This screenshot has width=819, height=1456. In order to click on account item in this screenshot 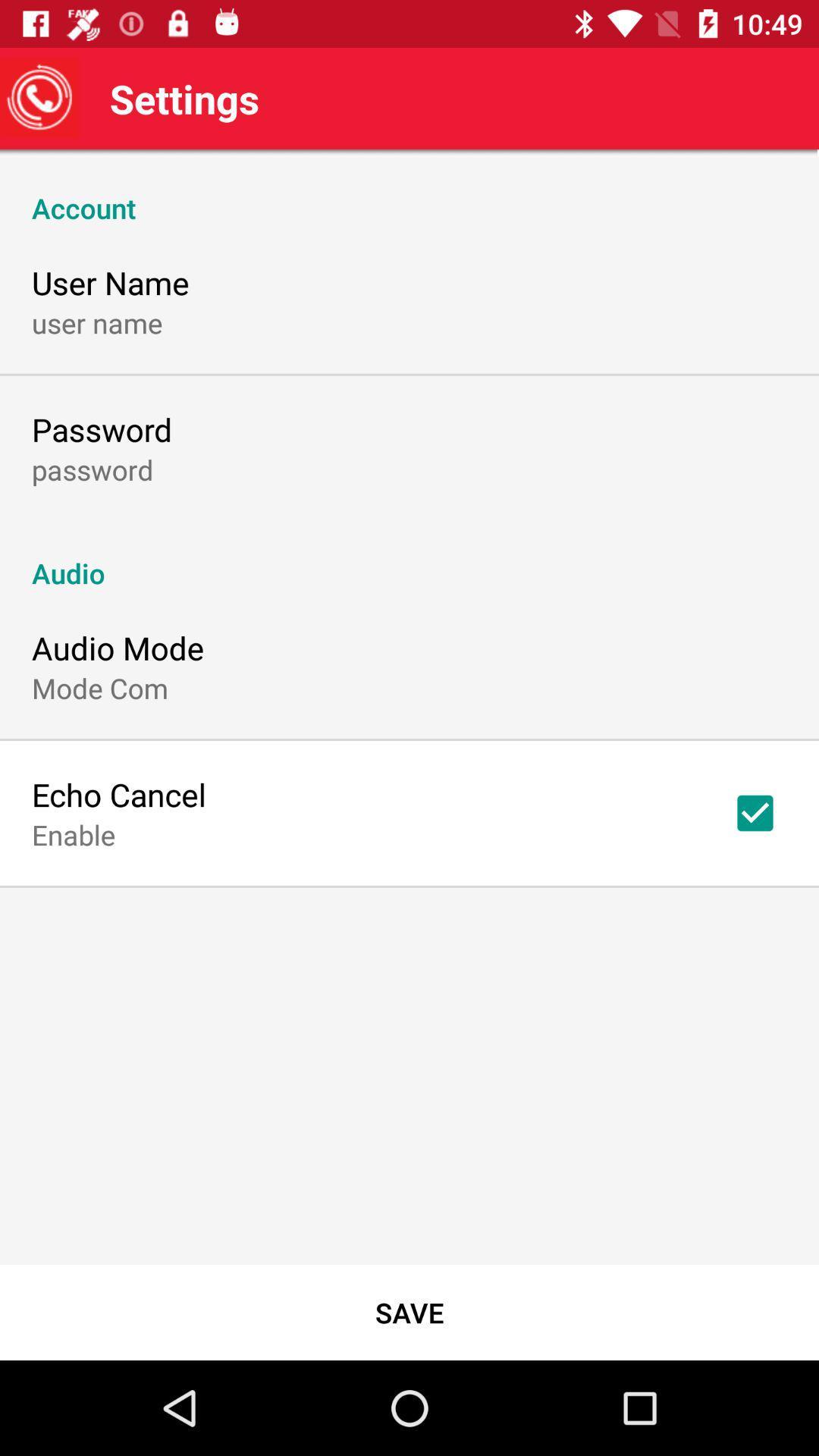, I will do `click(409, 191)`.